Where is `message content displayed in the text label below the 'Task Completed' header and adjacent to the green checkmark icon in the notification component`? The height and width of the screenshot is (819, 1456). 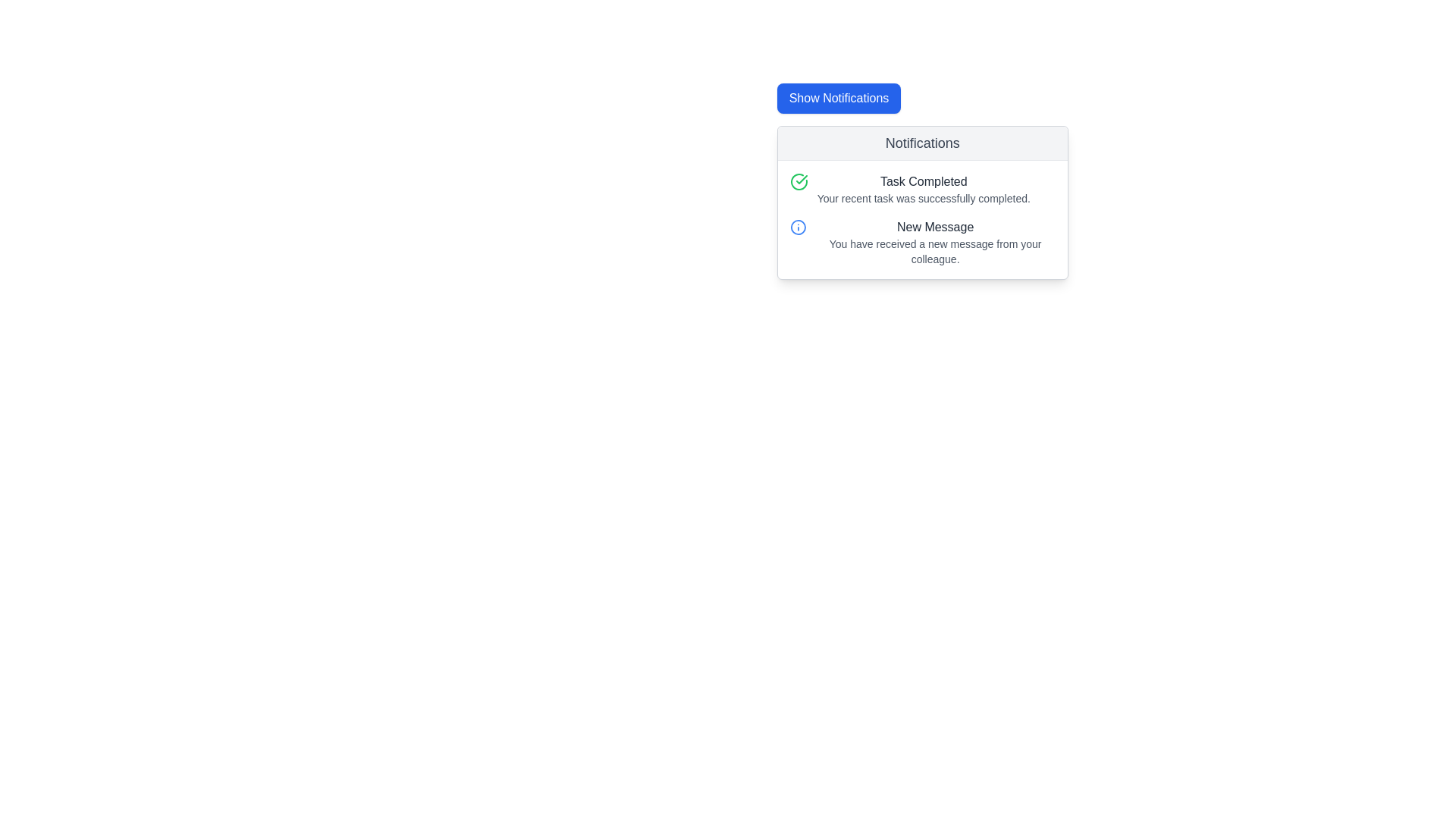 message content displayed in the text label below the 'Task Completed' header and adjacent to the green checkmark icon in the notification component is located at coordinates (923, 198).